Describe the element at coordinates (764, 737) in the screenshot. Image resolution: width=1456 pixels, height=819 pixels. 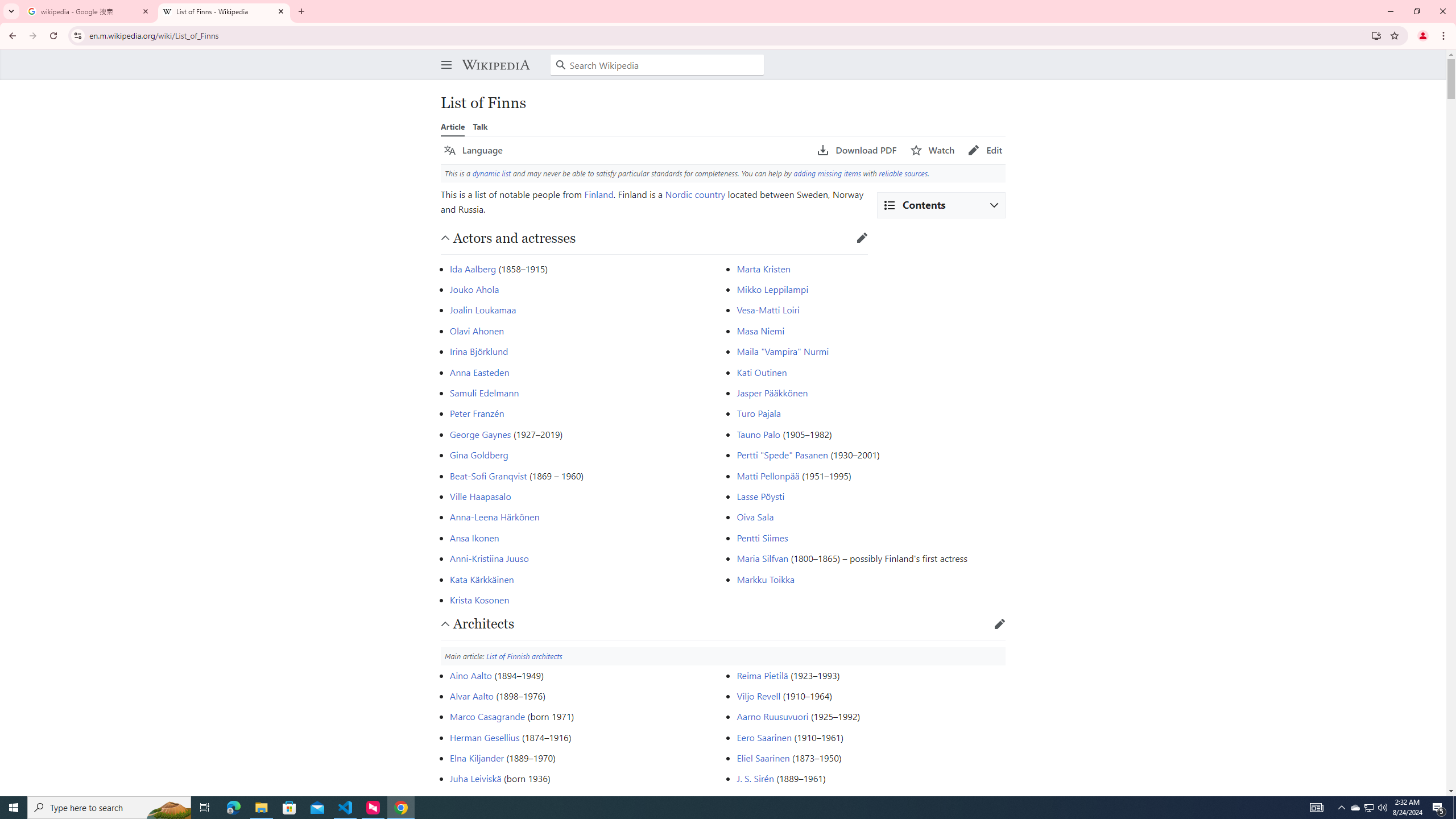
I see `'Eero Saarinen'` at that location.